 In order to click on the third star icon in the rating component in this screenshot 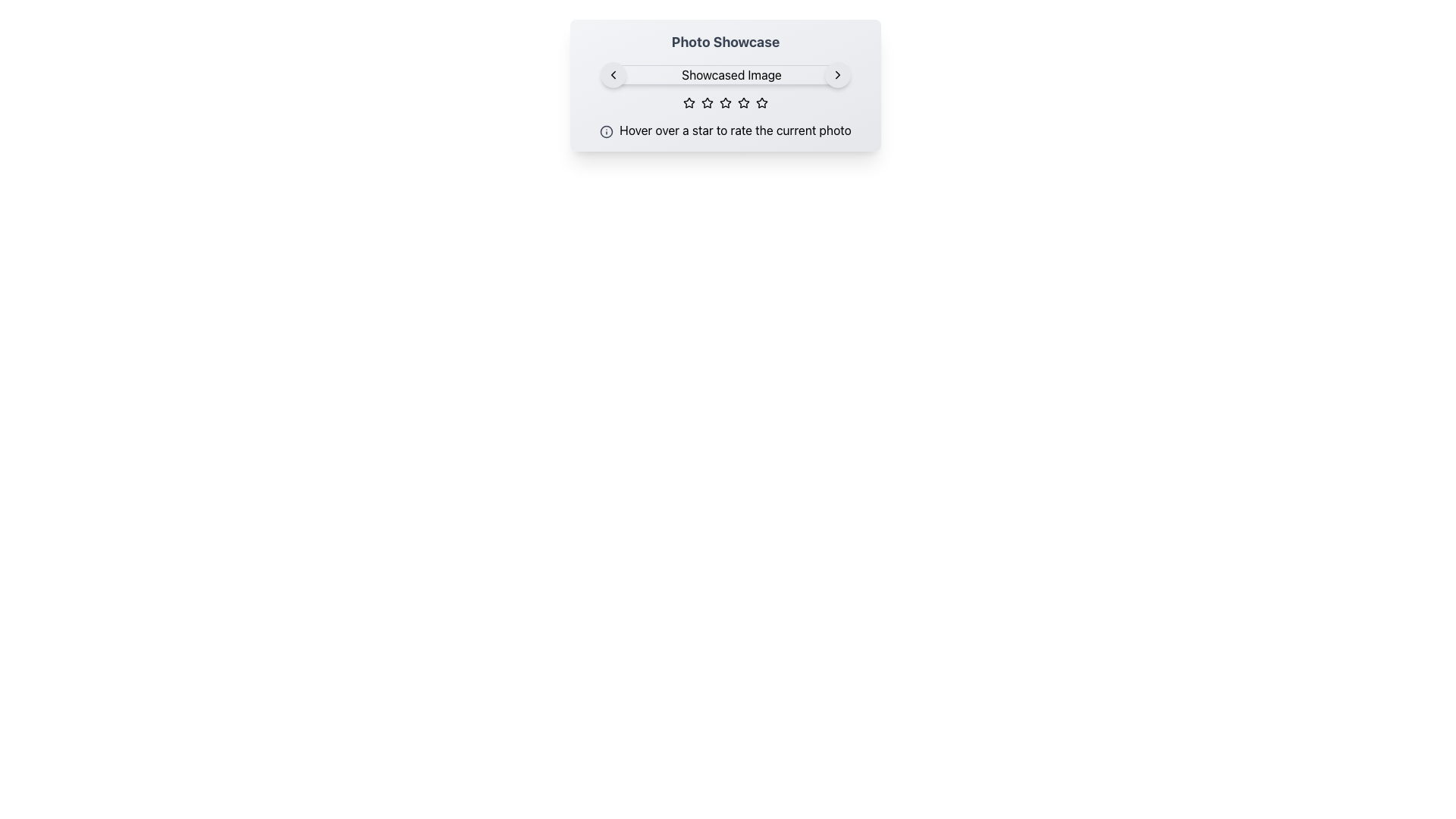, I will do `click(706, 102)`.